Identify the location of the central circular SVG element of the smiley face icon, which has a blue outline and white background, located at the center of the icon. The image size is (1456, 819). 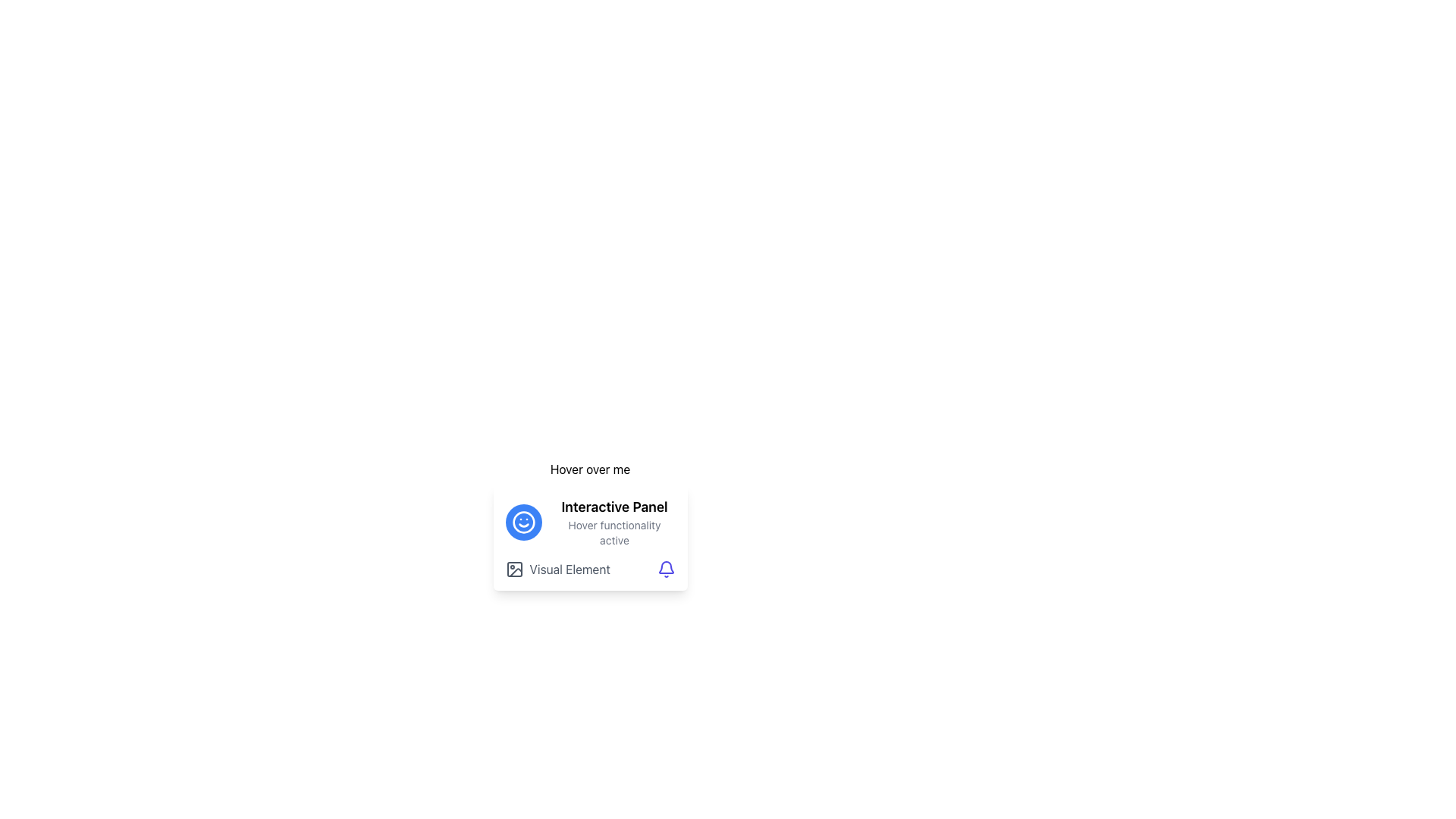
(523, 522).